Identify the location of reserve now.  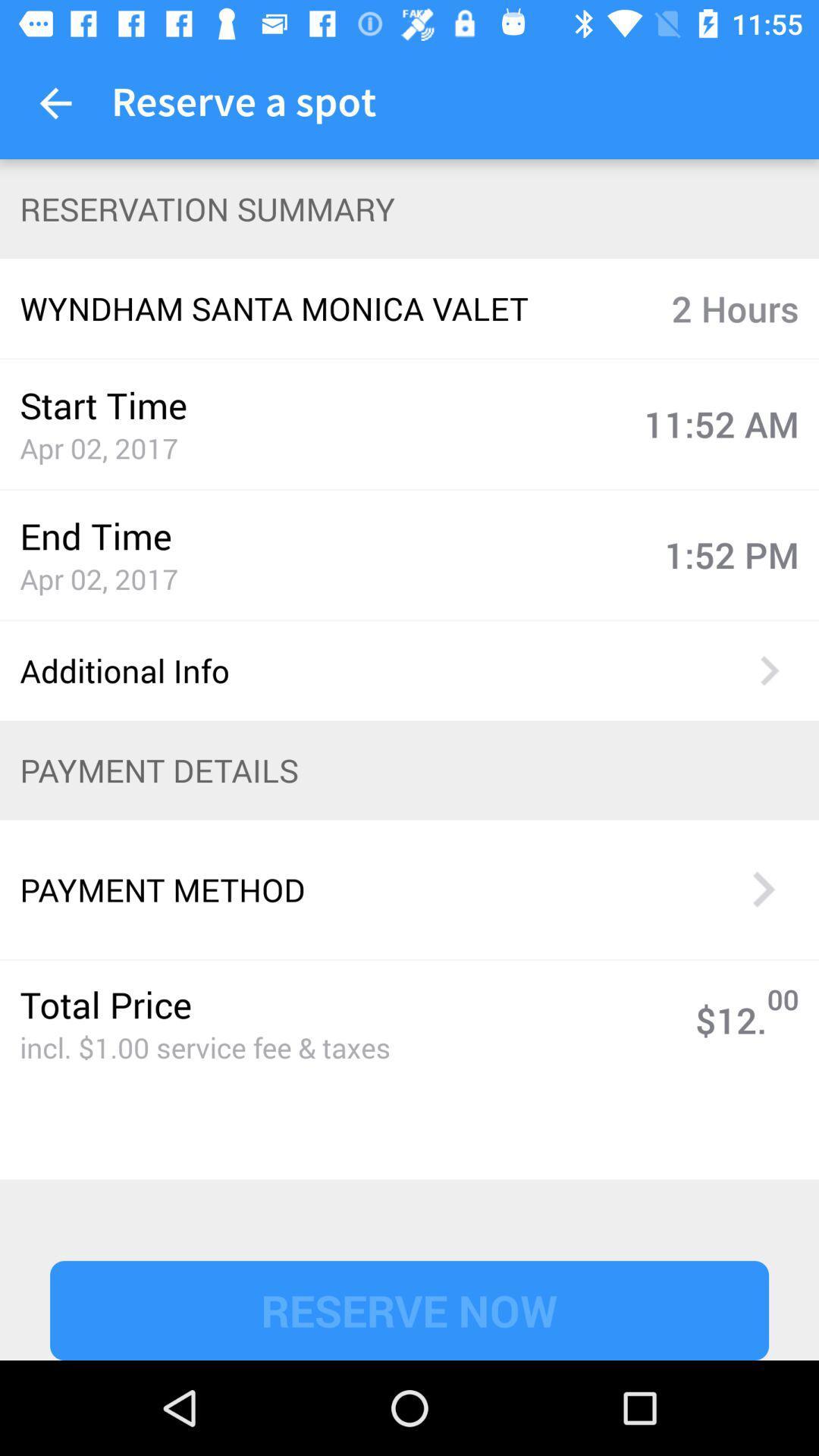
(409, 1310).